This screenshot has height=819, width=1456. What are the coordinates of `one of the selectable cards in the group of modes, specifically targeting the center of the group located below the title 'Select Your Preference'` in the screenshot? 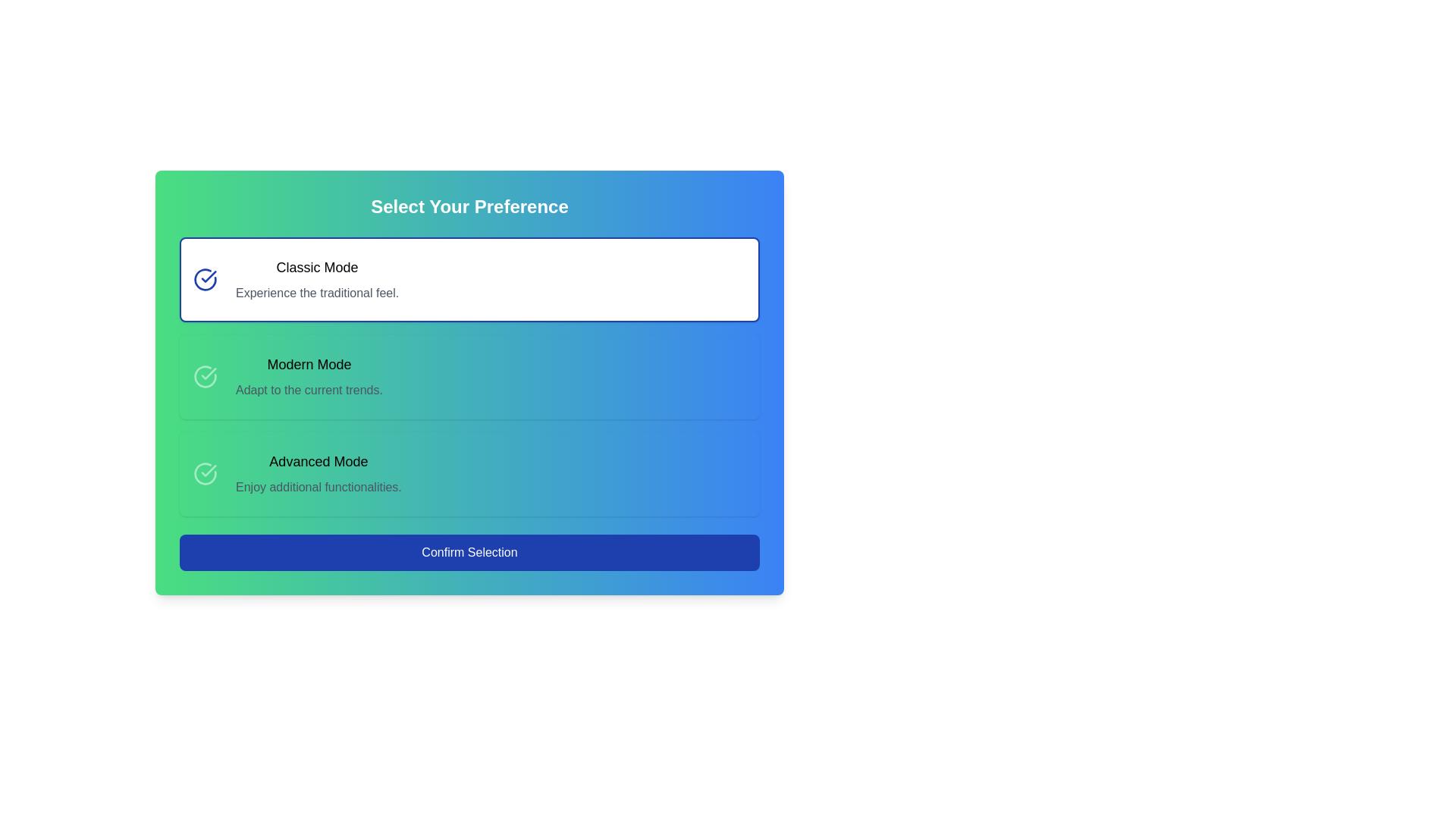 It's located at (469, 376).